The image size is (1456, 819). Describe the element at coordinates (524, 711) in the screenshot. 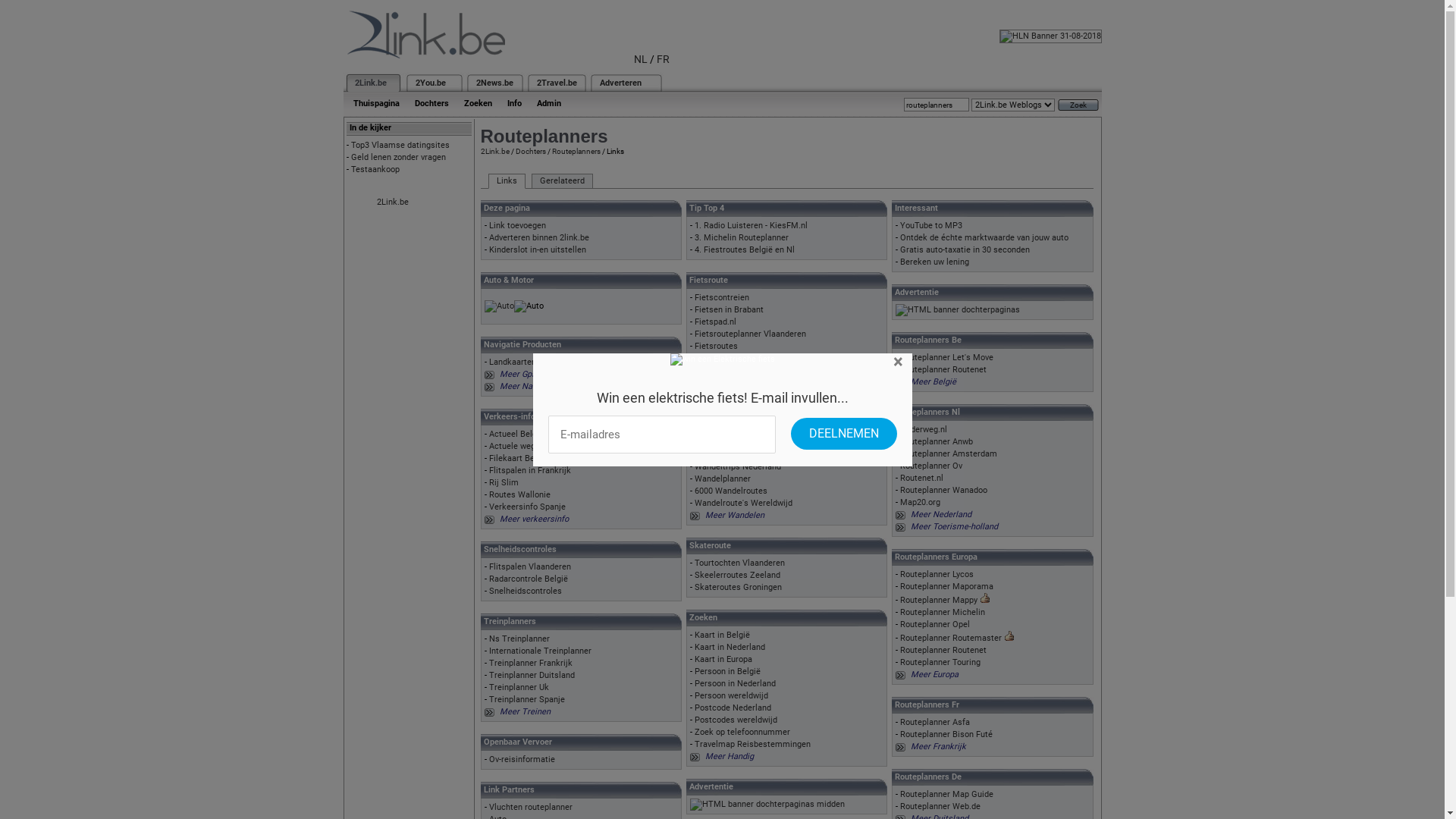

I see `'Meer Treinen'` at that location.